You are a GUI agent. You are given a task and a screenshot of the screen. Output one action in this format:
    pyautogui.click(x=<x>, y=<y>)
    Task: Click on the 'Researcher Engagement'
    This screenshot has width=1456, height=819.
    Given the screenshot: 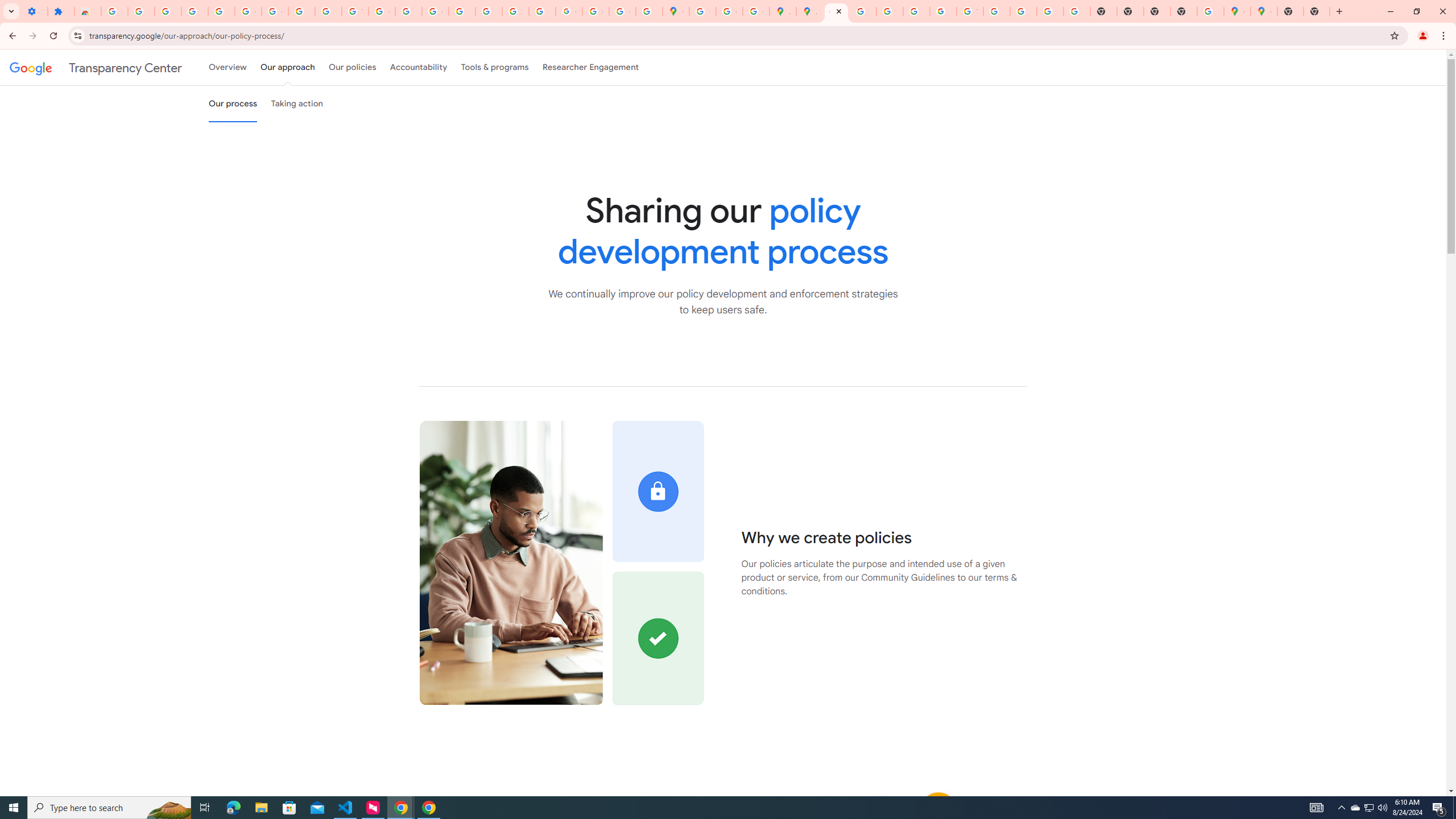 What is the action you would take?
    pyautogui.click(x=591, y=67)
    